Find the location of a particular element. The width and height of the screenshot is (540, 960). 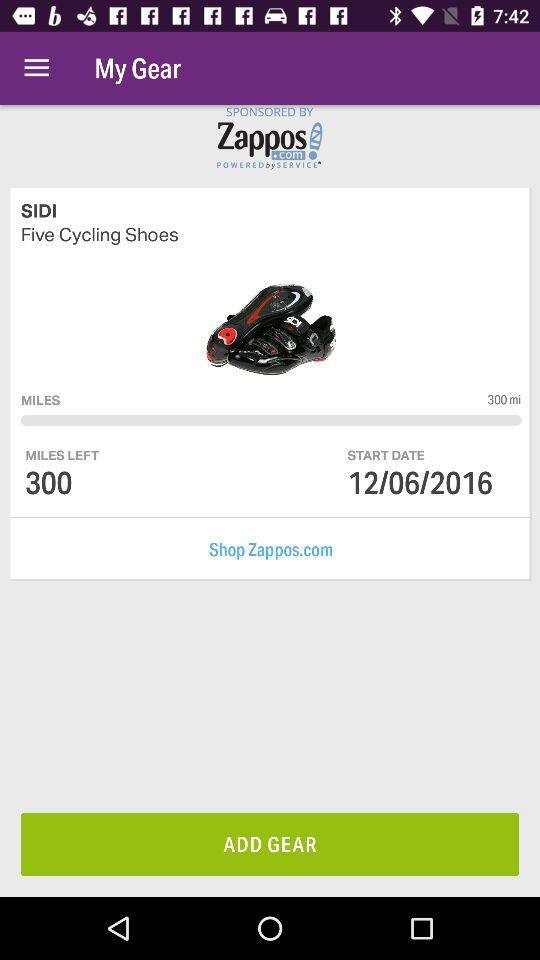

the five cycling shoes icon is located at coordinates (270, 233).